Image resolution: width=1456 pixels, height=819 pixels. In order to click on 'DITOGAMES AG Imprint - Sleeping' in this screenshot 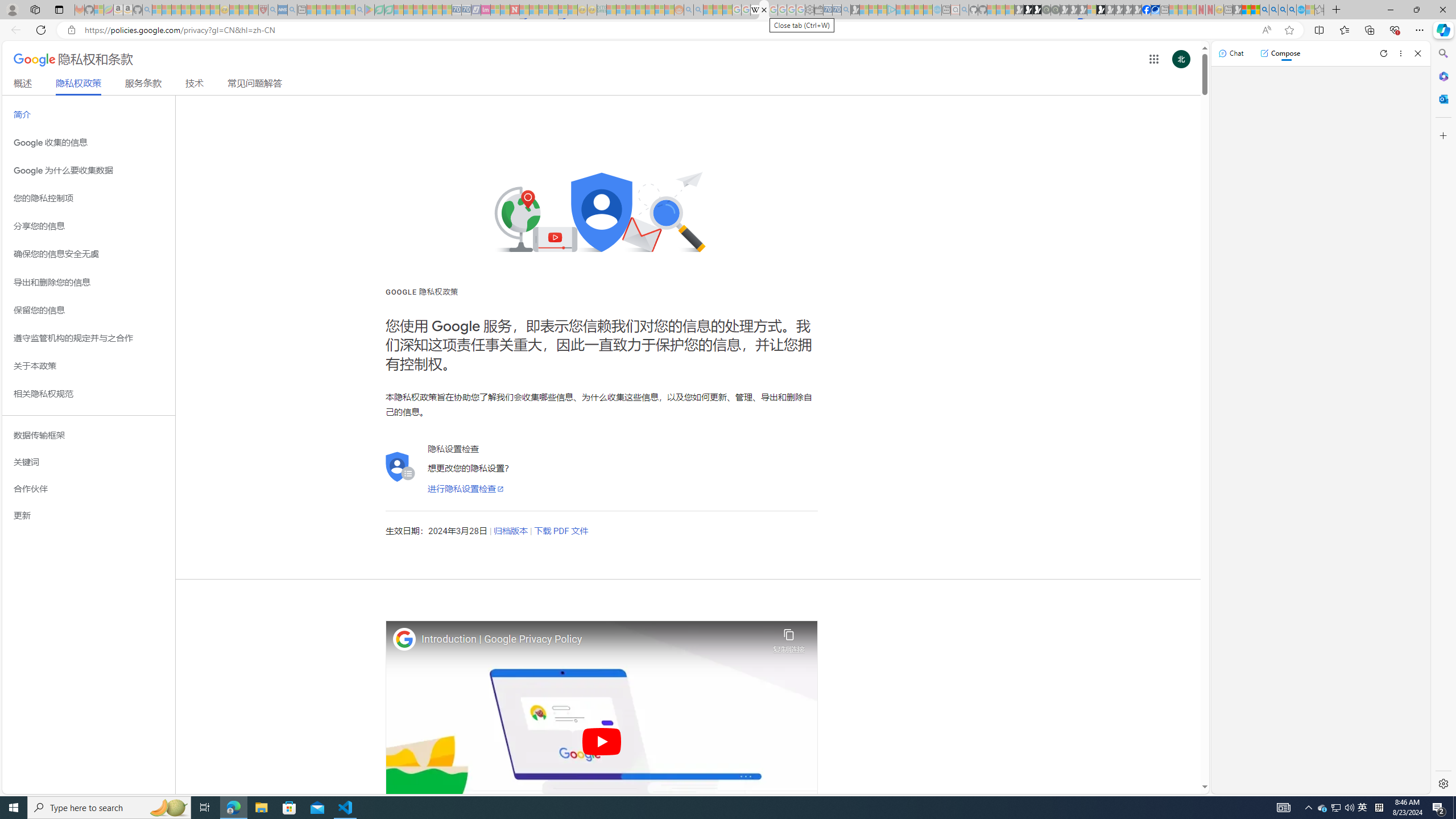, I will do `click(601, 9)`.